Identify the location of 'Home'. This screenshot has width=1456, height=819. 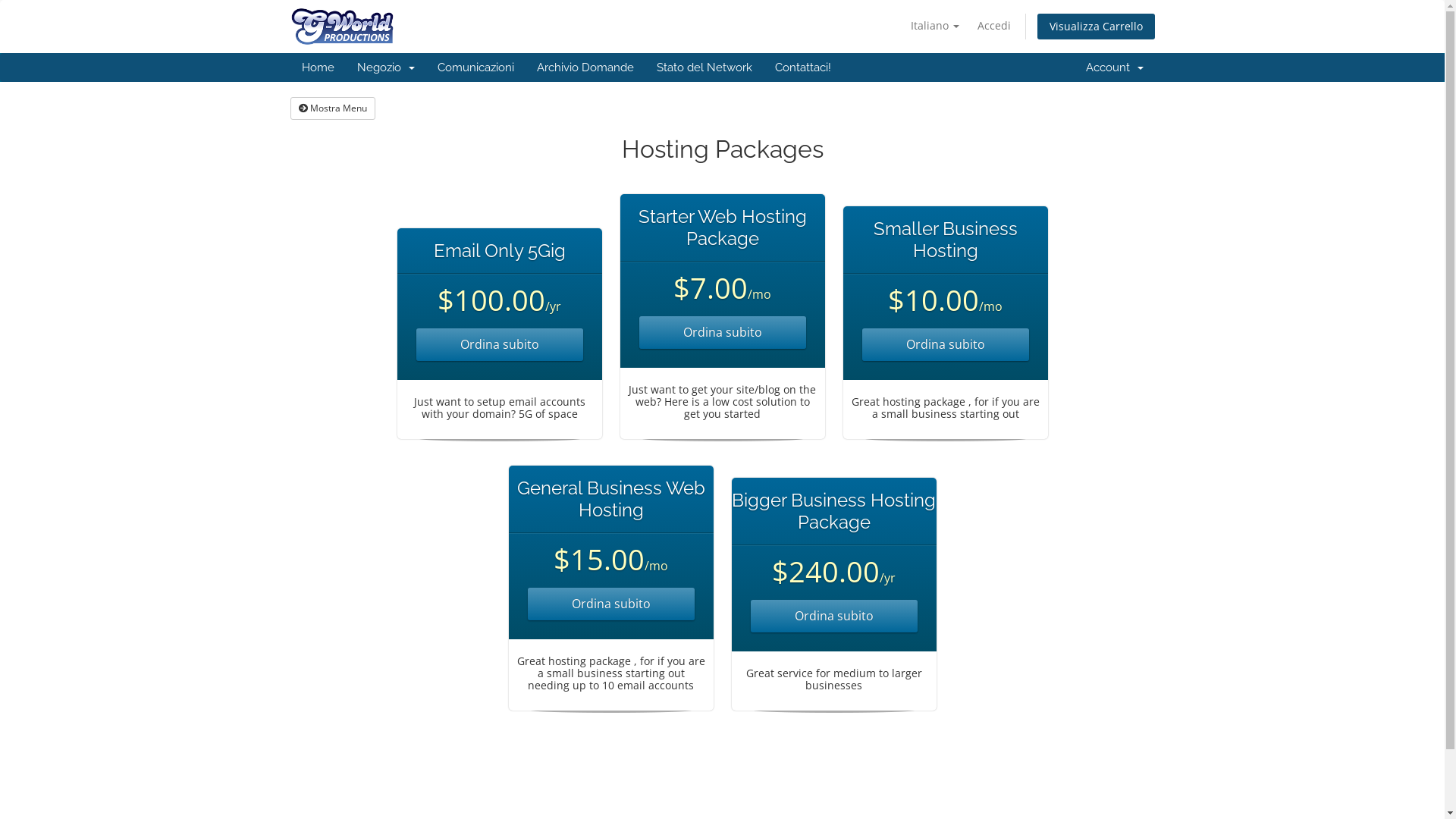
(316, 66).